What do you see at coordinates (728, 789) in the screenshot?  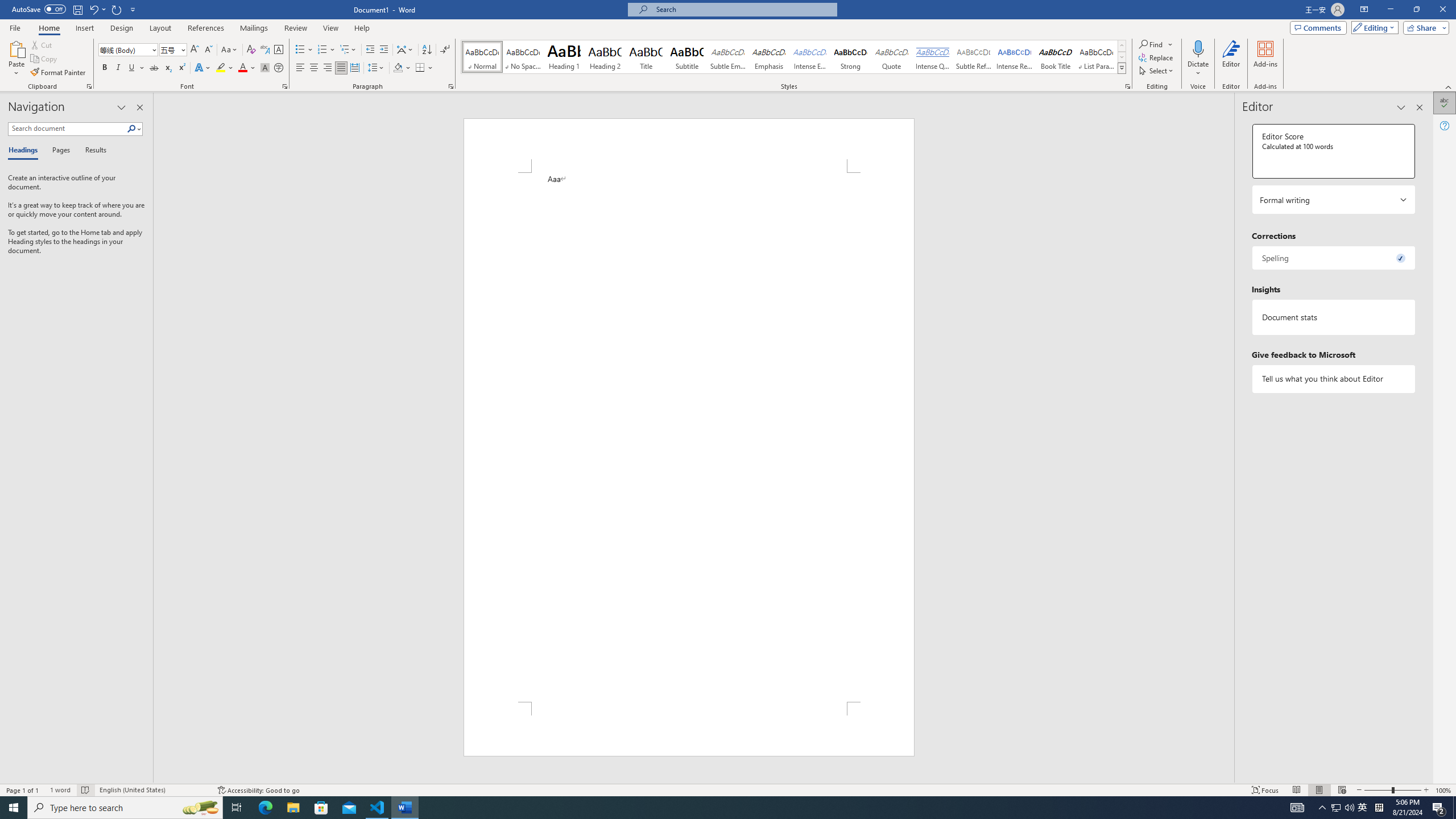 I see `'Class: MsoCommandBar'` at bounding box center [728, 789].